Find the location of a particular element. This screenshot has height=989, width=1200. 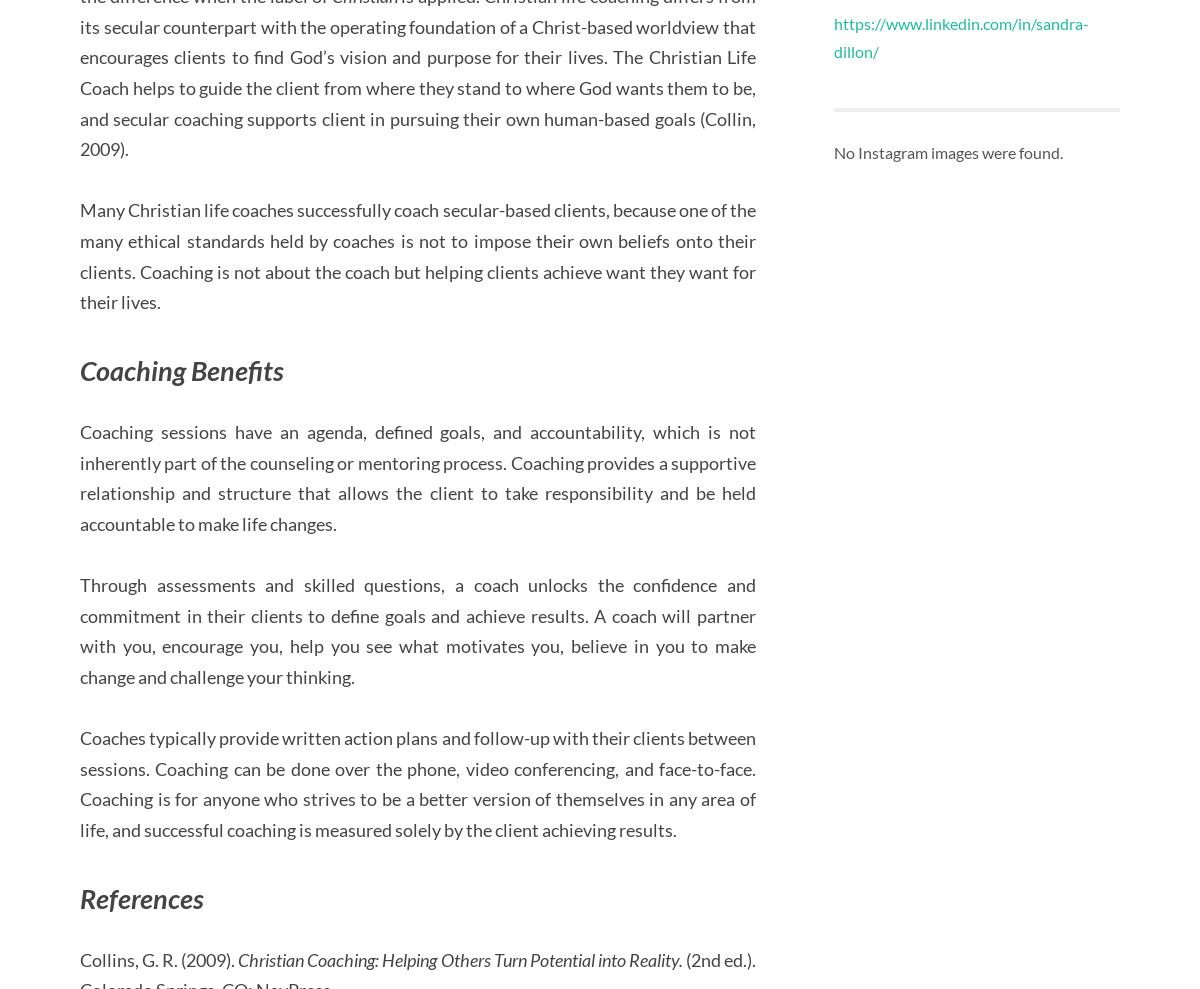

'Through assessments and skilled questions, a coach unlocks the confidence and commitment in their clients to define goals and achieve results. A coach will partner with you, encourage you, help you see what motivates you, believe in you to make change and challenge your thinking.' is located at coordinates (417, 630).